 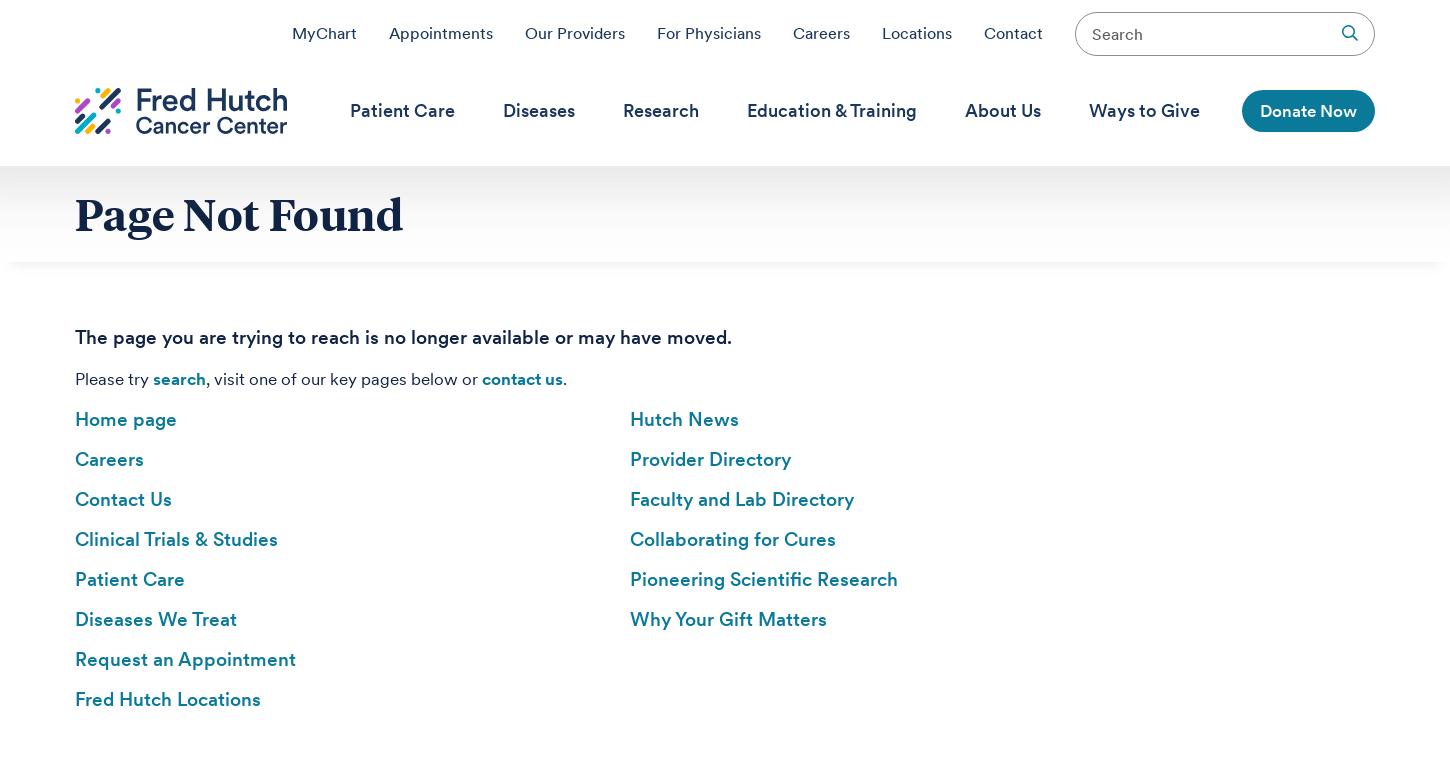 What do you see at coordinates (629, 499) in the screenshot?
I see `'Faculty and Lab Directory'` at bounding box center [629, 499].